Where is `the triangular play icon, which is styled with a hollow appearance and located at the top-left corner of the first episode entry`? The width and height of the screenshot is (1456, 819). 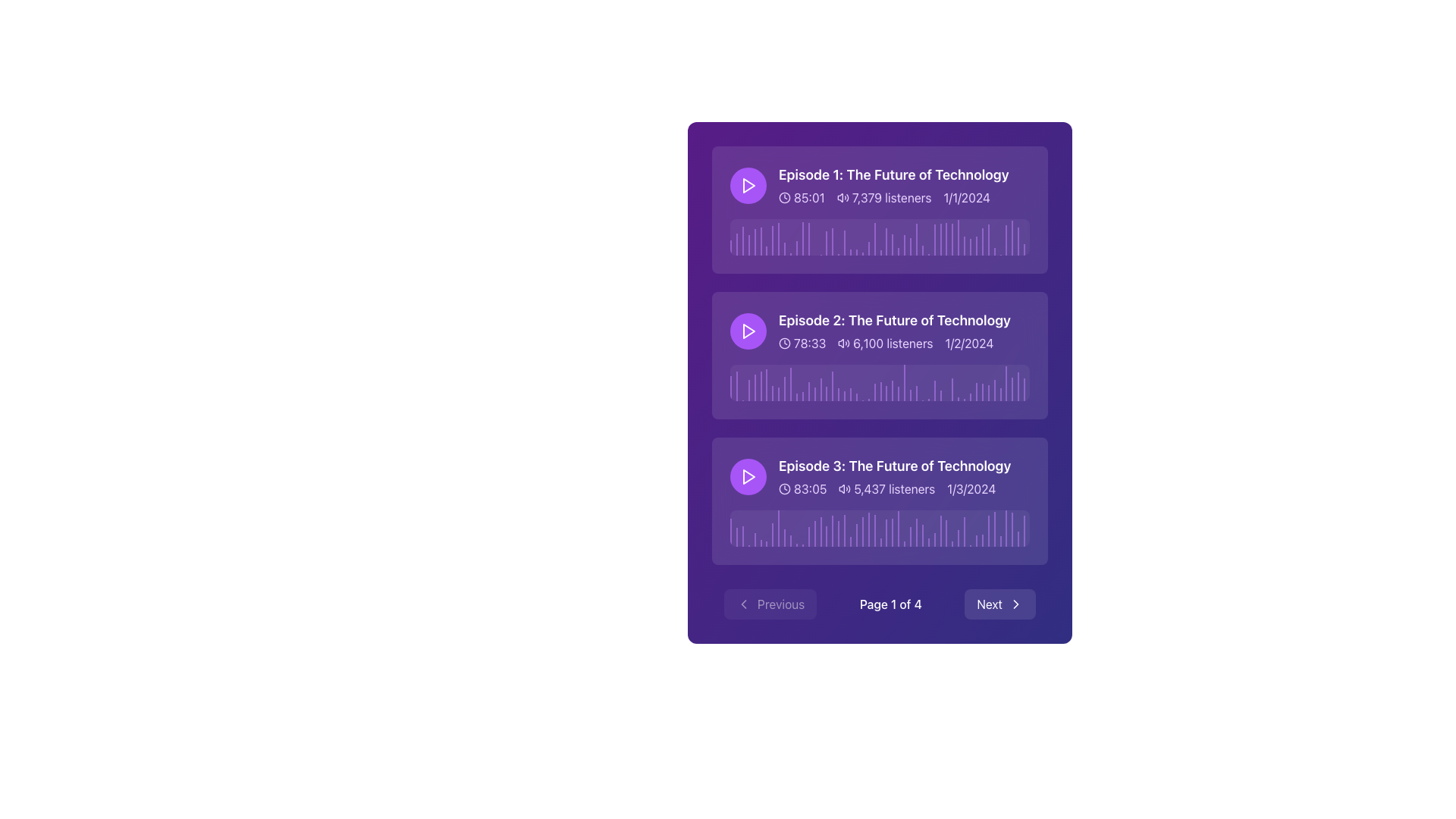
the triangular play icon, which is styled with a hollow appearance and located at the top-left corner of the first episode entry is located at coordinates (748, 185).